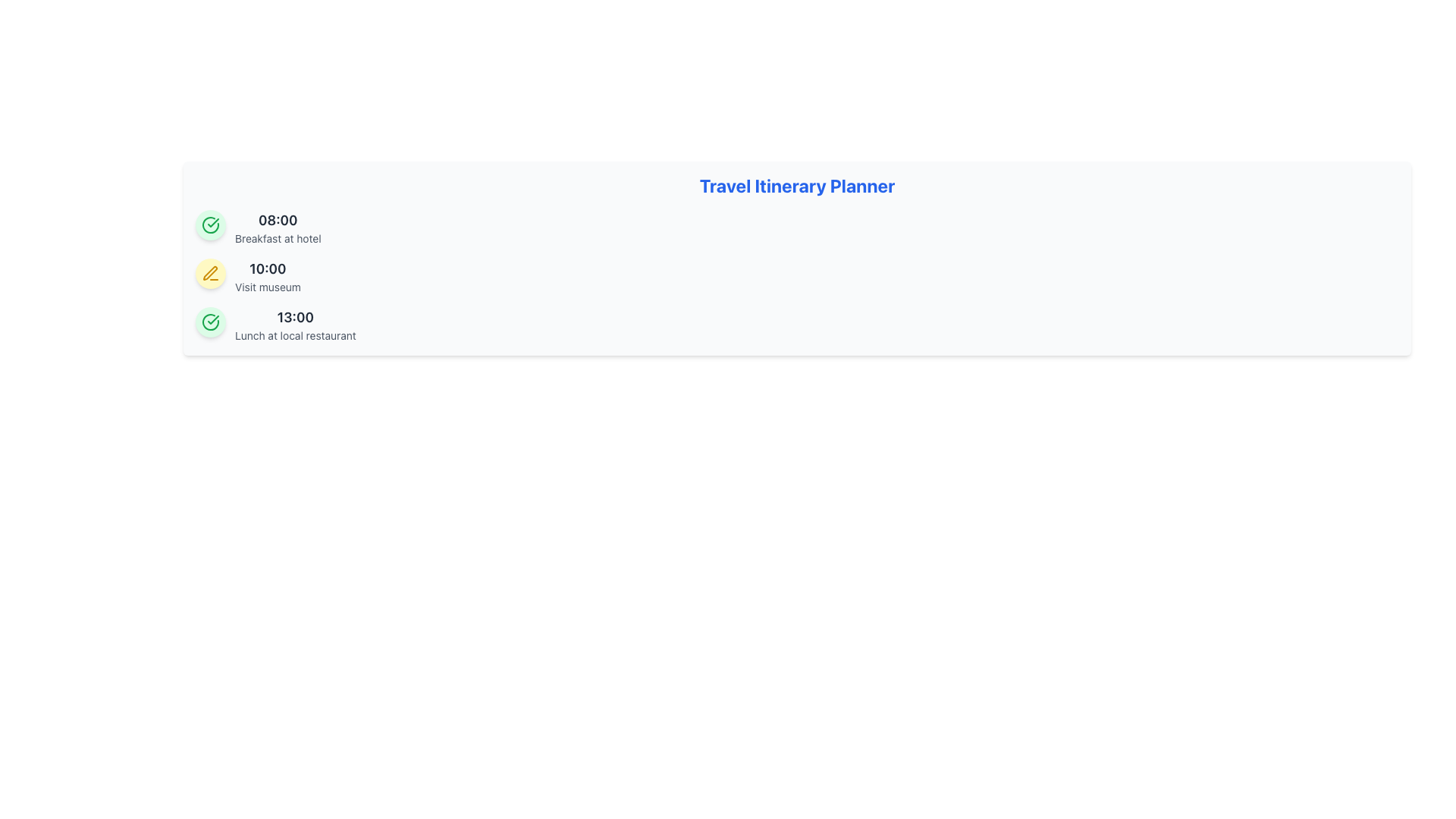 Image resolution: width=1456 pixels, height=819 pixels. What do you see at coordinates (209, 273) in the screenshot?
I see `the editing icon located slightly to the left of the text '10:00 Visit museum', which signifies that this task can be edited or customized` at bounding box center [209, 273].